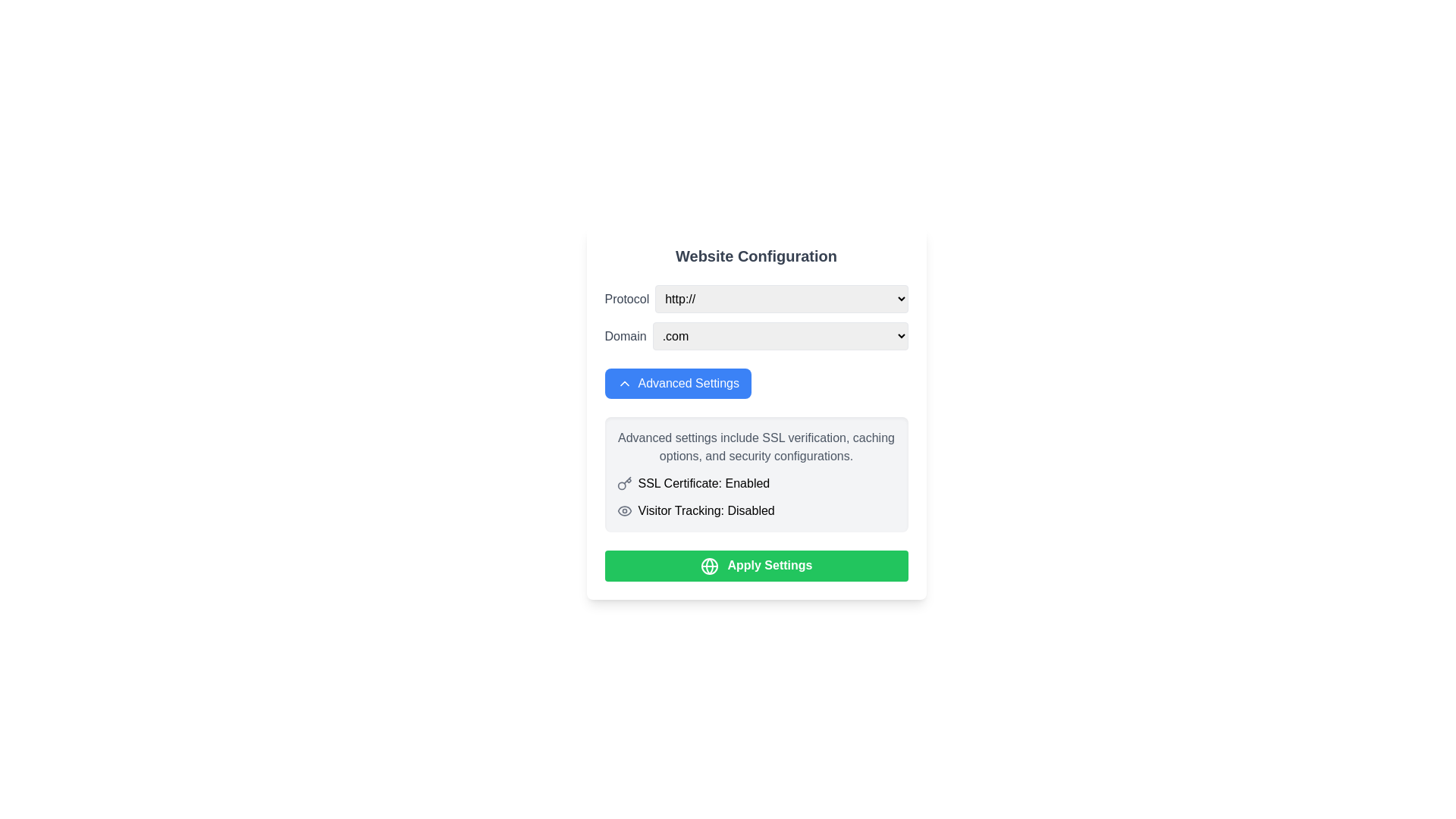 Image resolution: width=1456 pixels, height=819 pixels. What do you see at coordinates (708, 566) in the screenshot?
I see `the 'Apply Settings' button which contains the globe icon with latitude and longitude lines` at bounding box center [708, 566].